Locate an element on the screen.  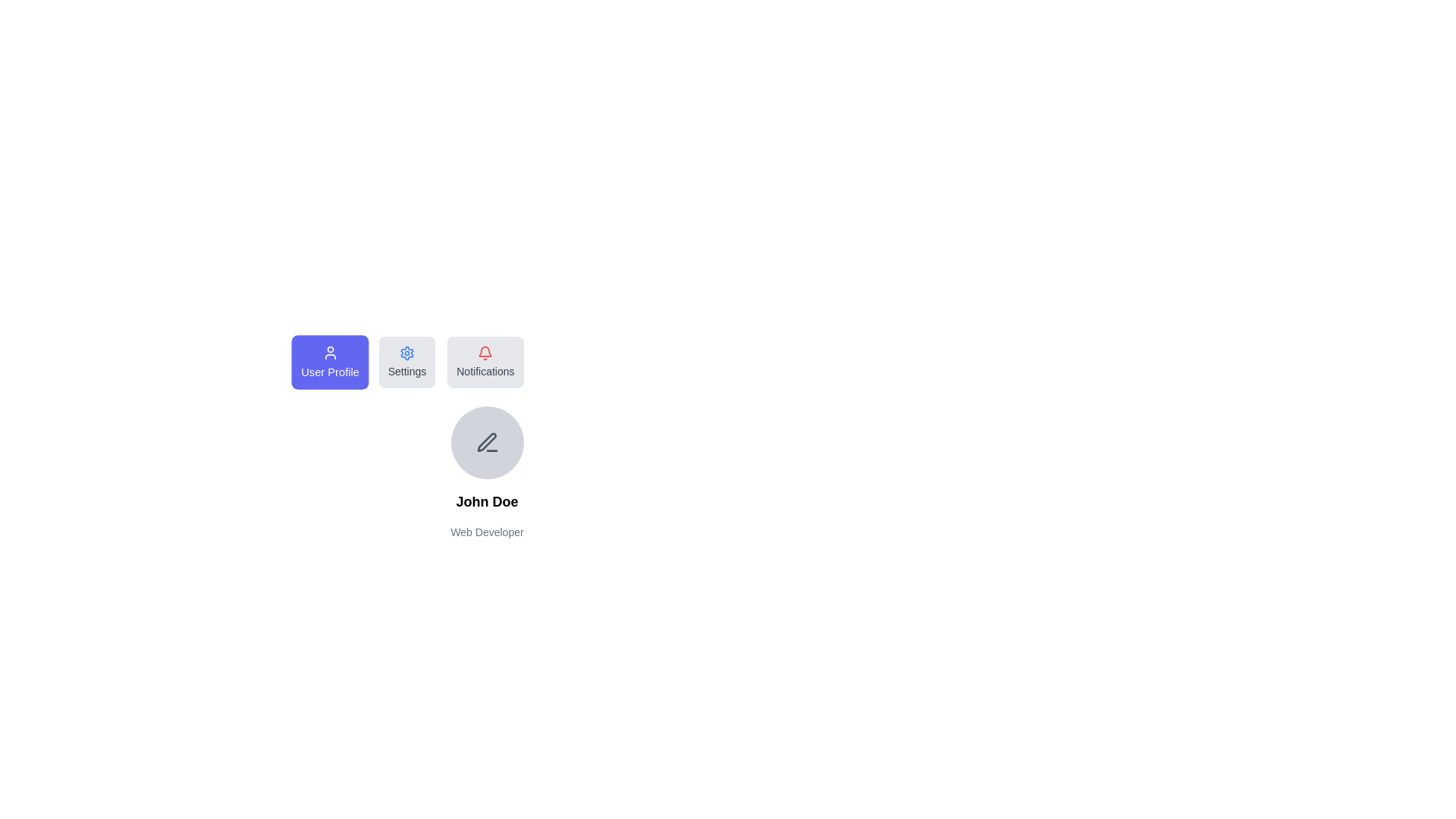
the 'Settings' button in the navigation bar to possibly reveal further details is located at coordinates (487, 362).